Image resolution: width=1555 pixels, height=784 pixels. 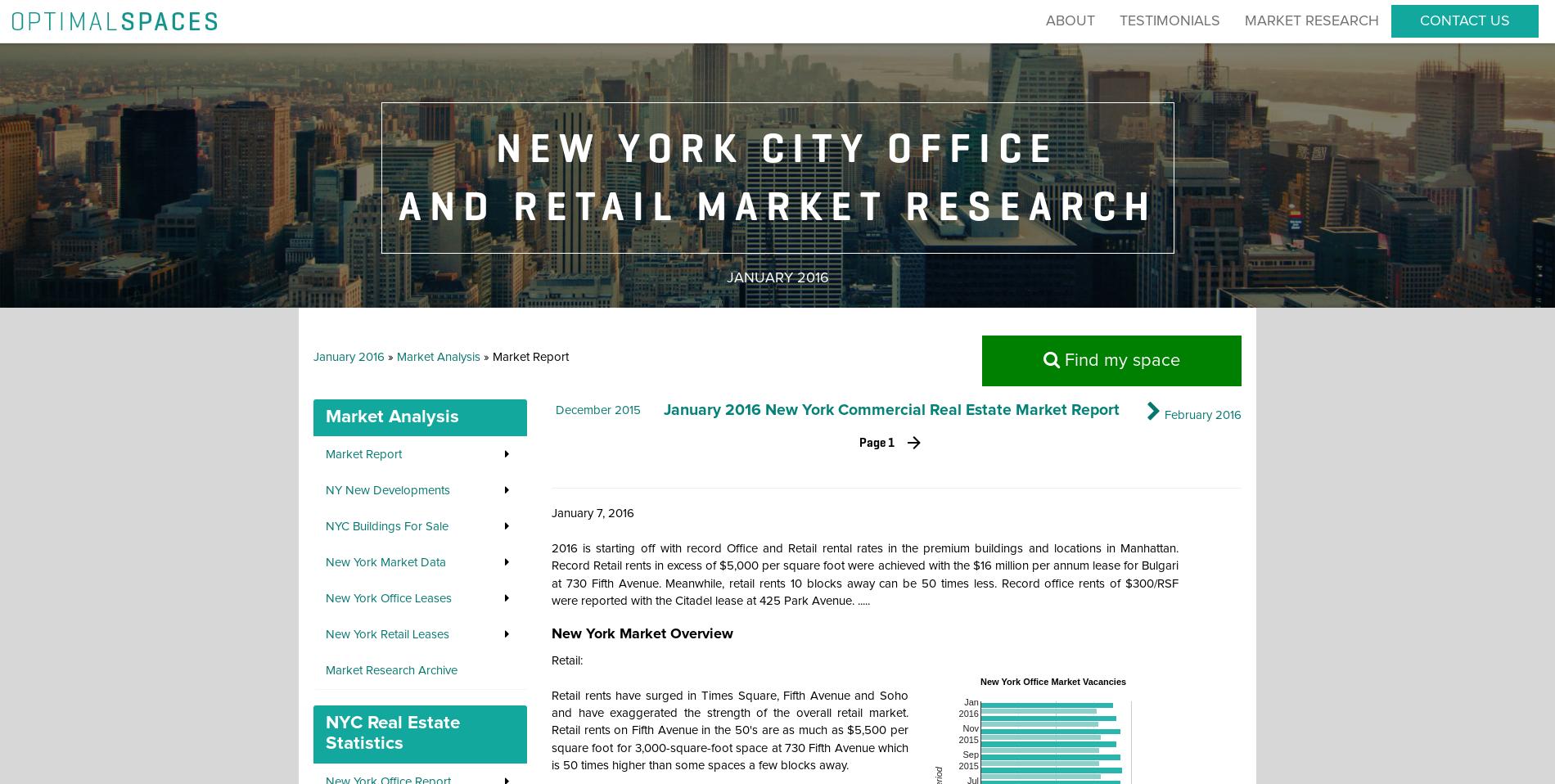 I want to click on 'New York Retail Leases', so click(x=386, y=634).